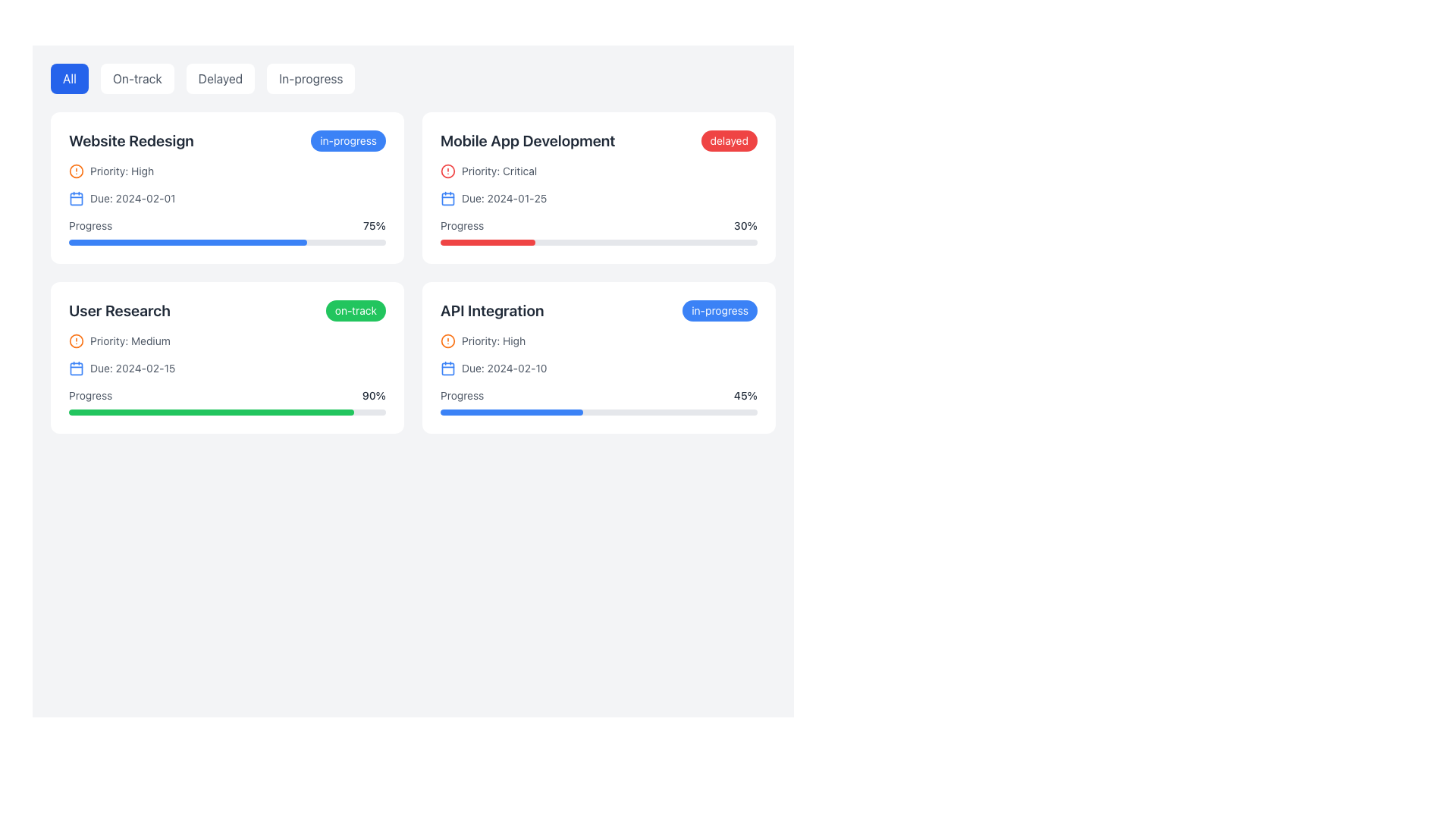  What do you see at coordinates (226, 374) in the screenshot?
I see `the Informative Section that displays task details including priority level, due date, and progress percentage, located within the 'User Research' card` at bounding box center [226, 374].